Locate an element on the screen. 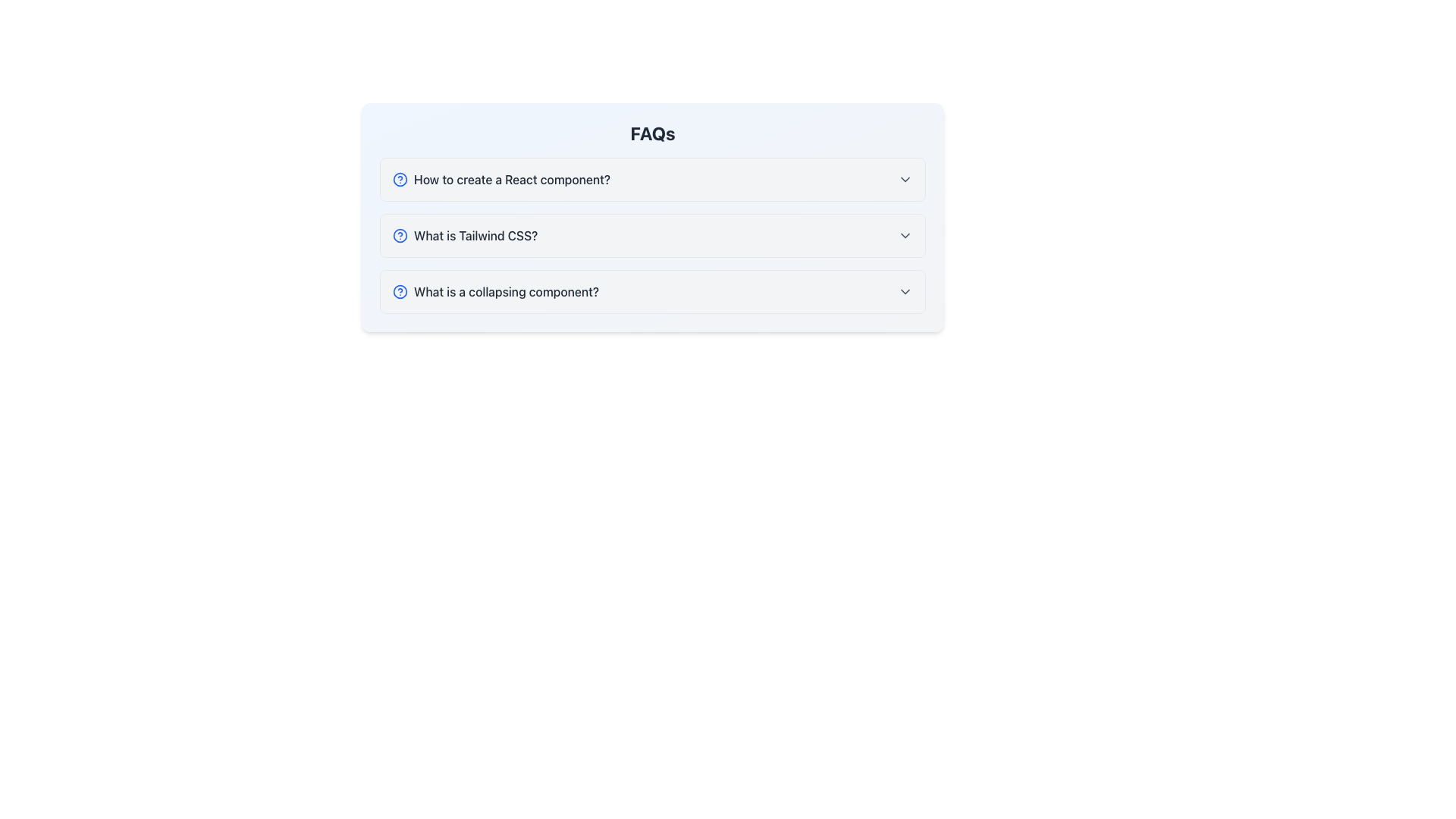  the text label displaying the question 'What is Tailwind CSS?' to read the tooltip is located at coordinates (464, 236).